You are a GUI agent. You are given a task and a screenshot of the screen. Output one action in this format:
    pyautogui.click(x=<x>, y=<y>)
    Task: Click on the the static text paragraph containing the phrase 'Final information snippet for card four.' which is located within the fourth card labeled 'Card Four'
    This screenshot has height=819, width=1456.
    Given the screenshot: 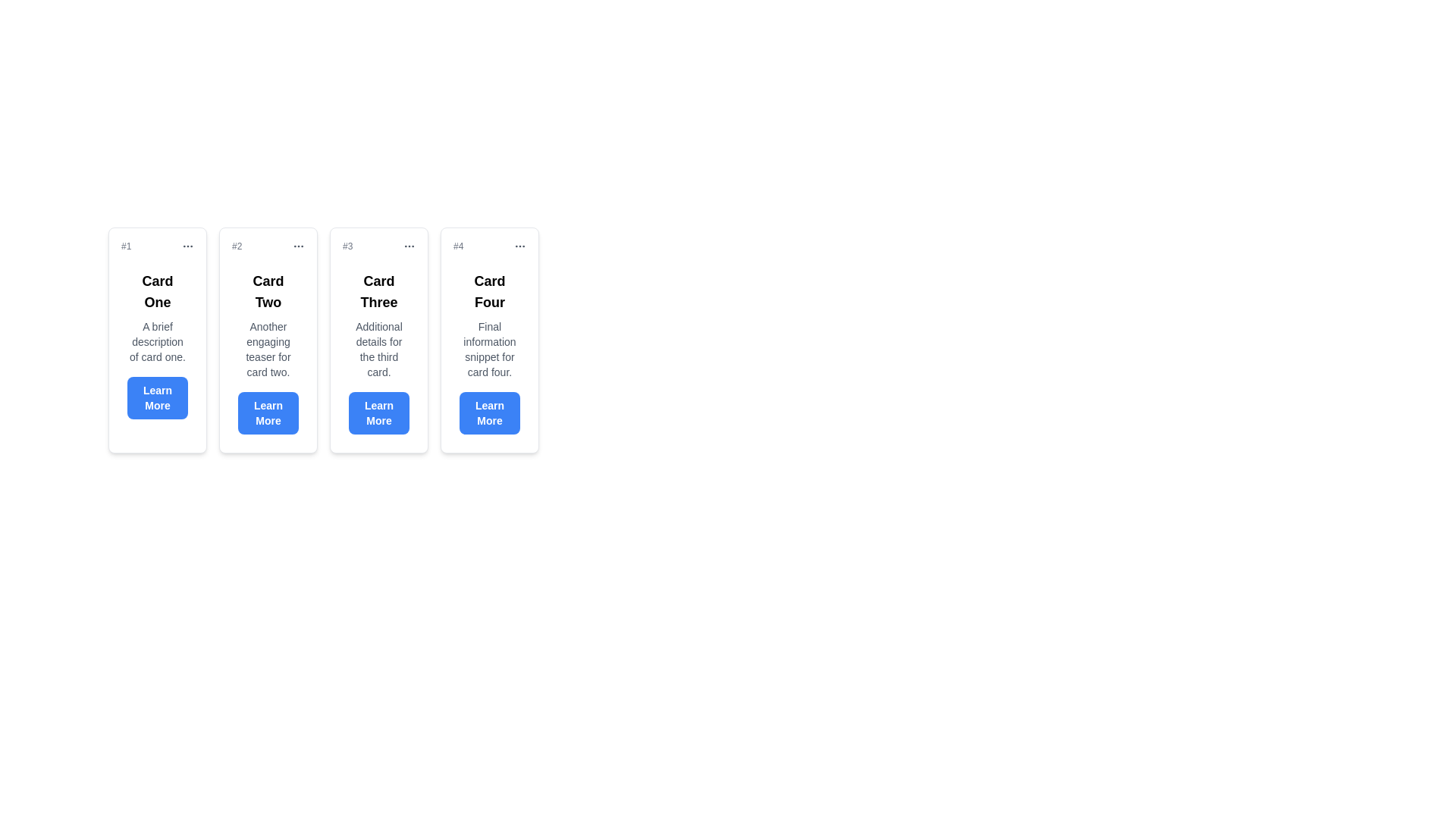 What is the action you would take?
    pyautogui.click(x=490, y=350)
    